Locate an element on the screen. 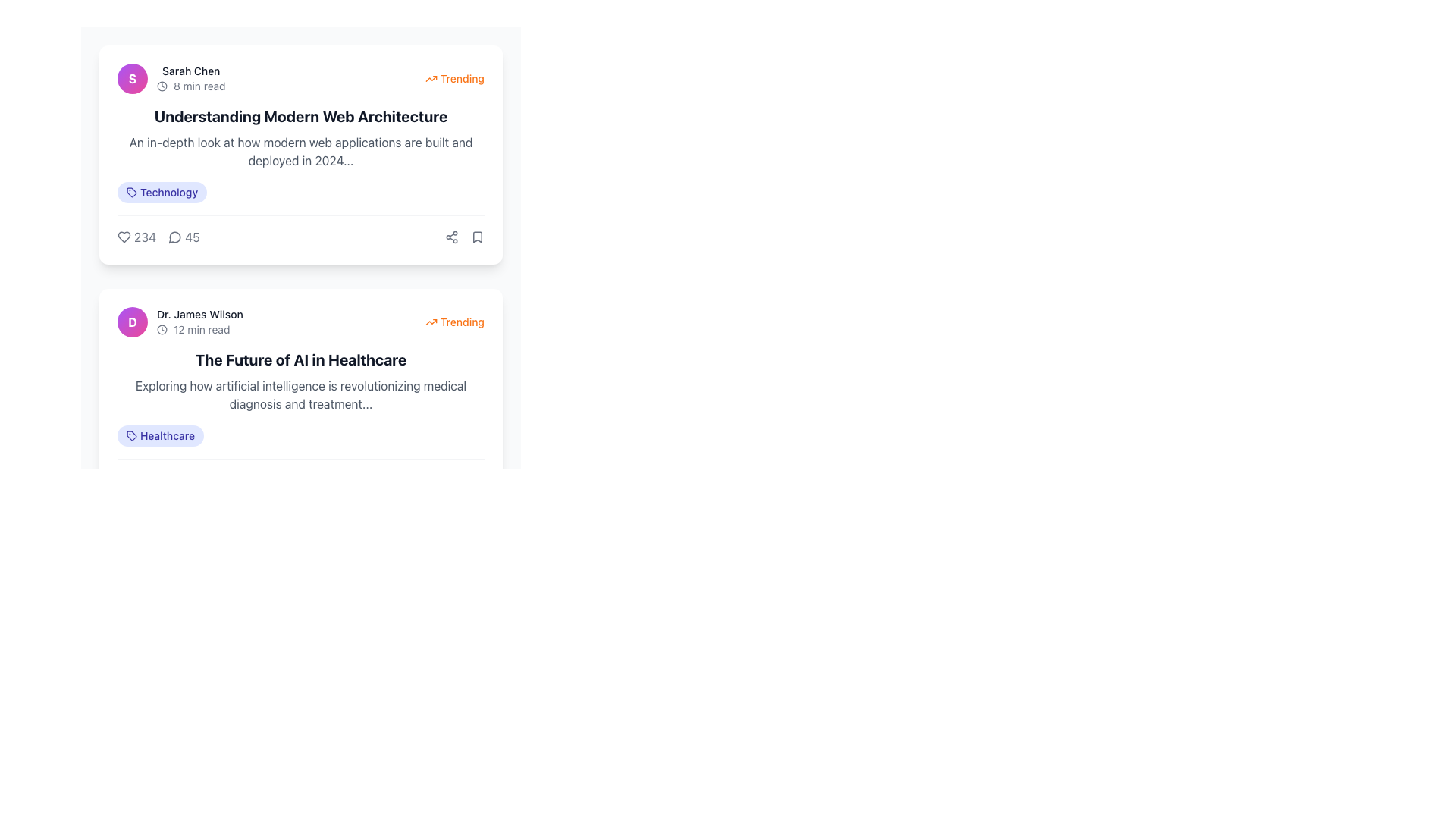  the 'Healthcare' tag label with an icon located at the bottom-left of the card is located at coordinates (160, 435).